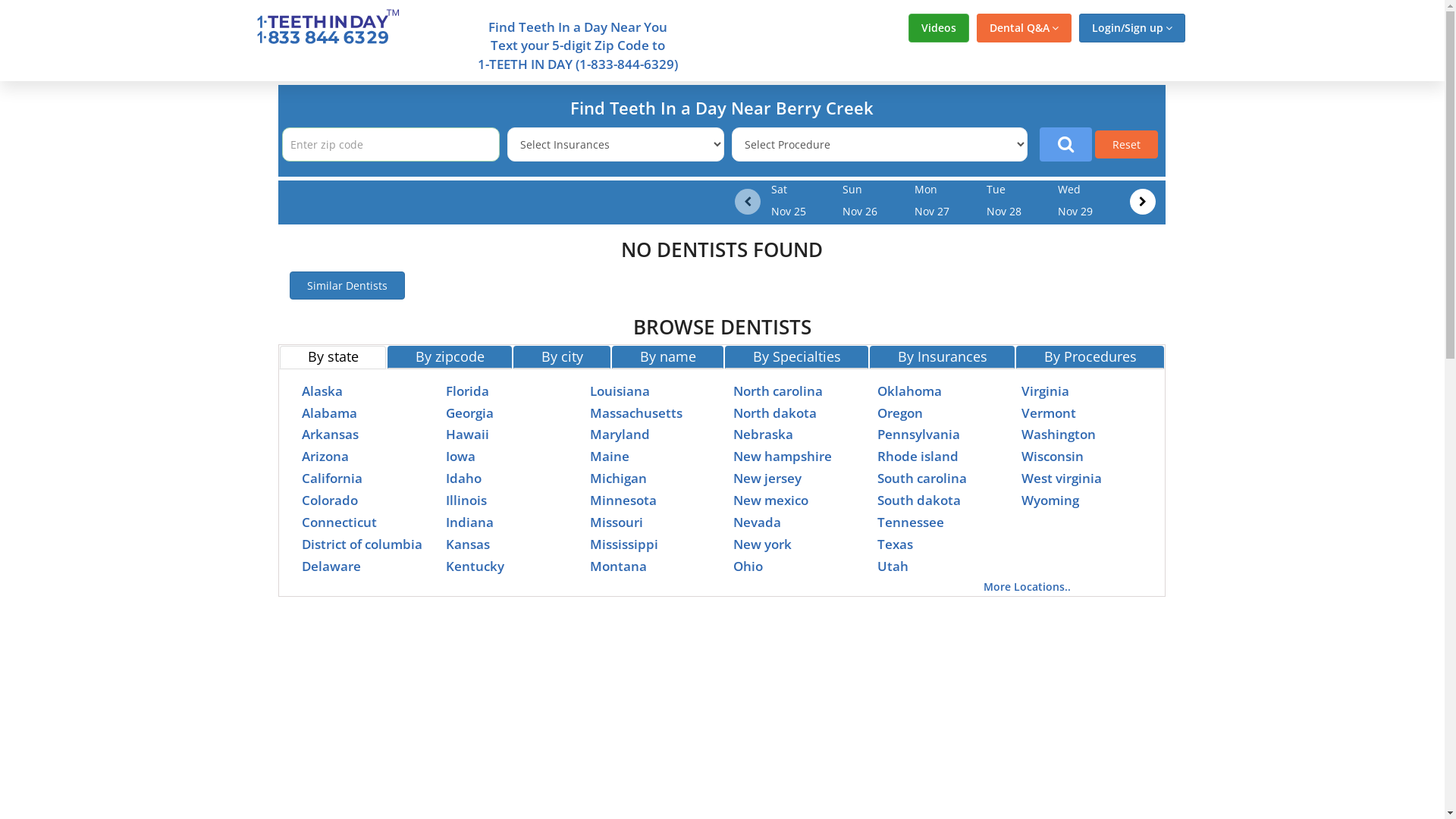 The height and width of the screenshot is (819, 1456). What do you see at coordinates (474, 566) in the screenshot?
I see `'Kentucky'` at bounding box center [474, 566].